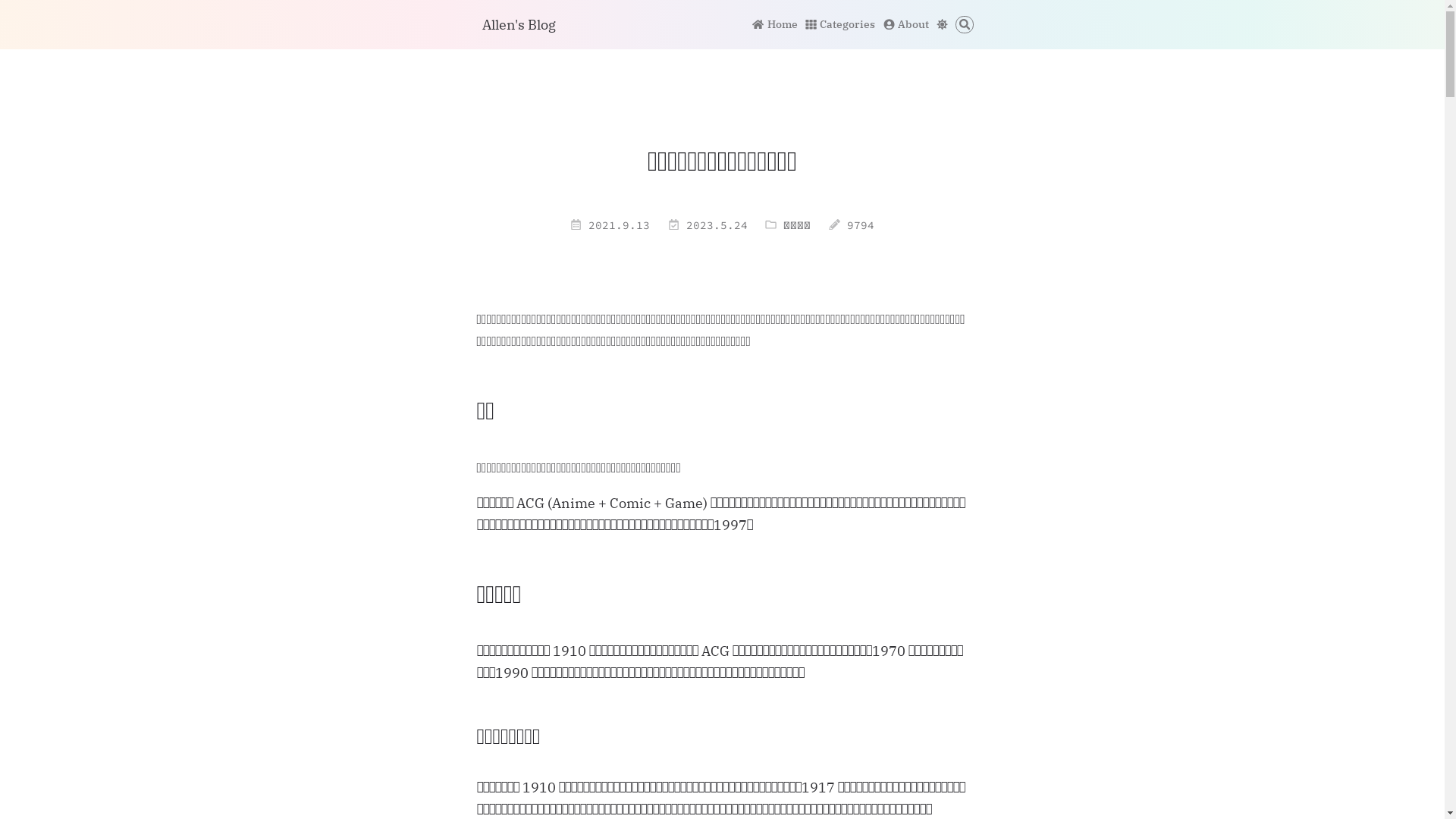  I want to click on 'Home', so click(774, 24).